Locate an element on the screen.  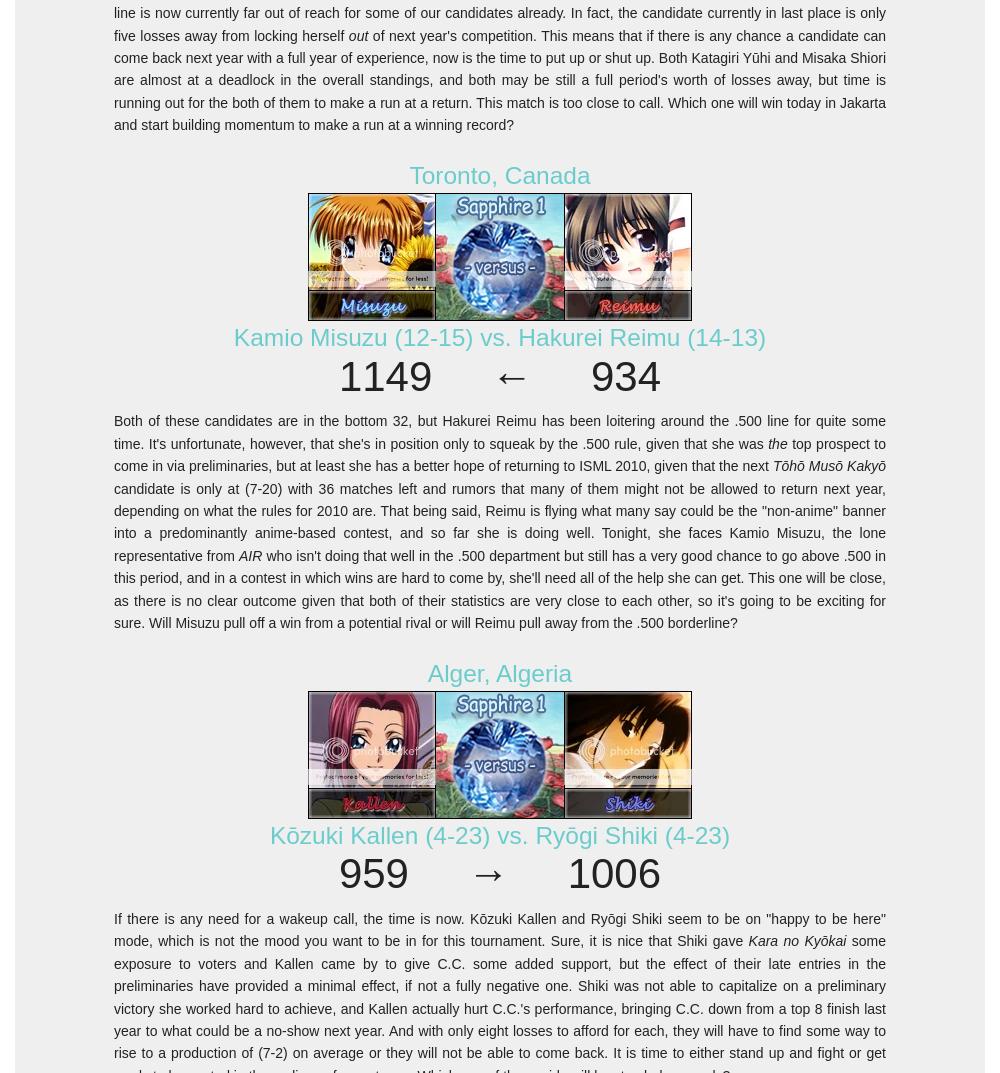
'Kara no Kyōkai' is located at coordinates (797, 941).